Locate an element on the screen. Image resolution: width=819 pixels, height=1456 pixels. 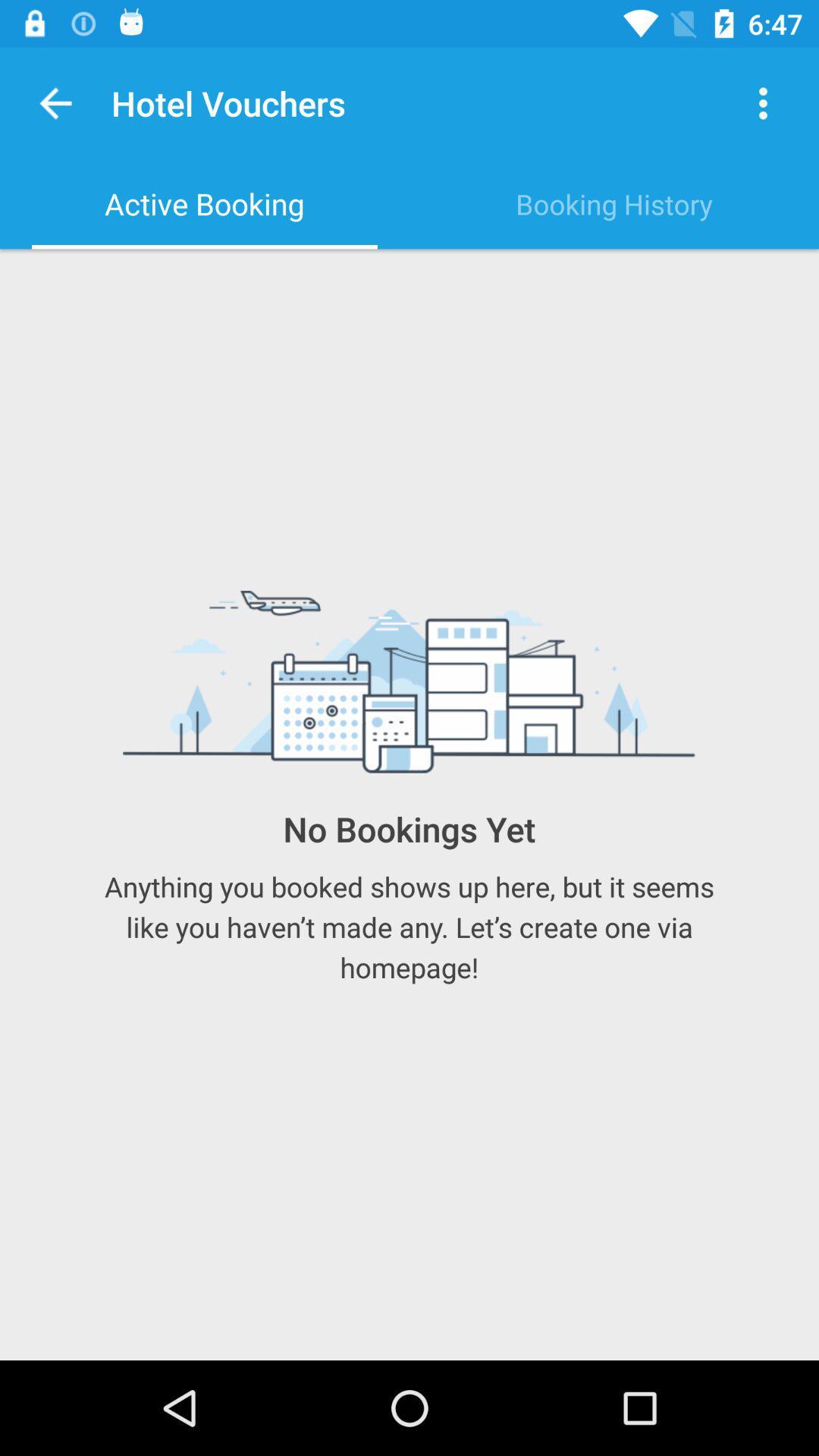
active booking item is located at coordinates (205, 203).